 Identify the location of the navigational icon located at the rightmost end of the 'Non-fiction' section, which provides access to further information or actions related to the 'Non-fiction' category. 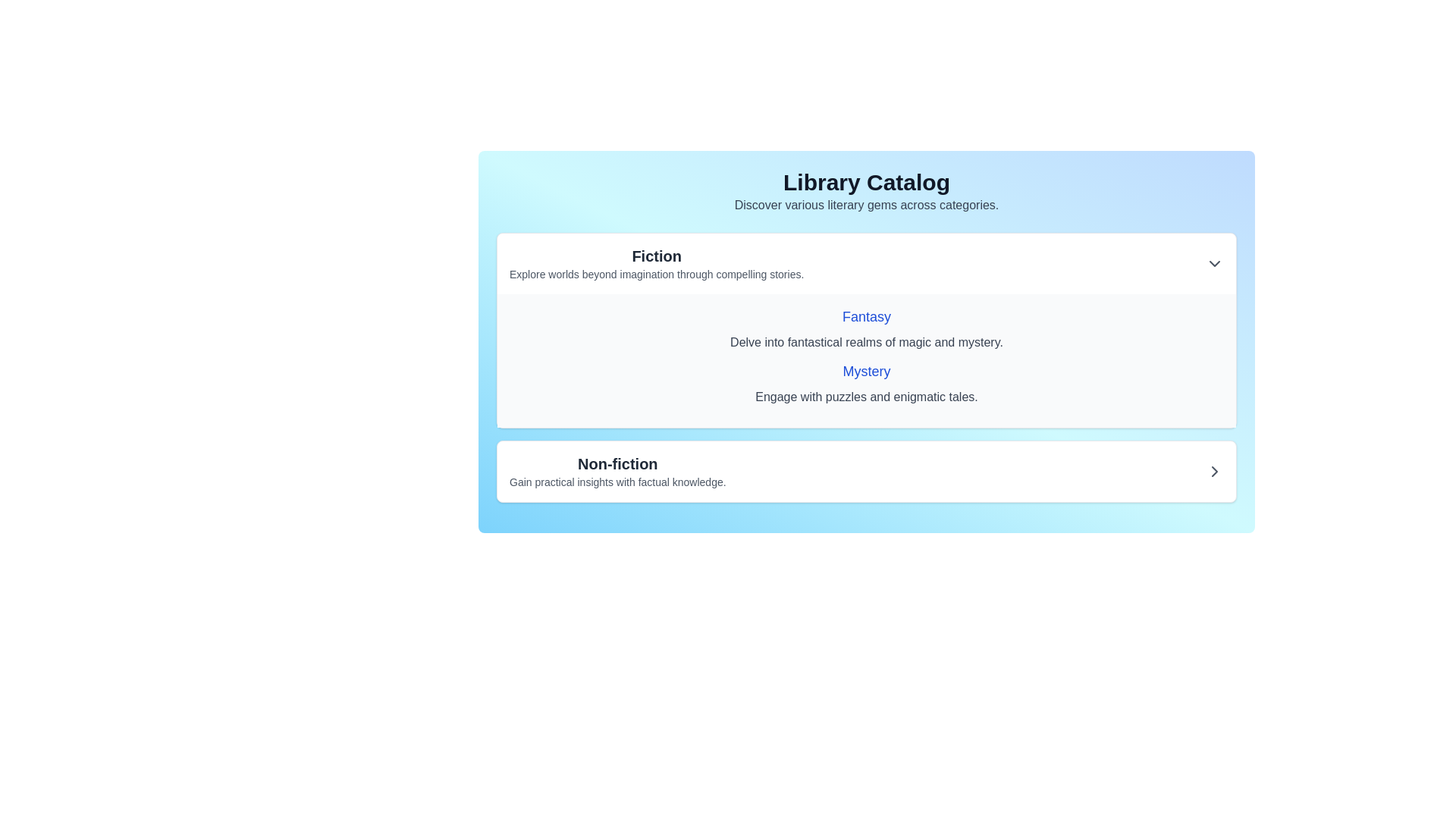
(1215, 470).